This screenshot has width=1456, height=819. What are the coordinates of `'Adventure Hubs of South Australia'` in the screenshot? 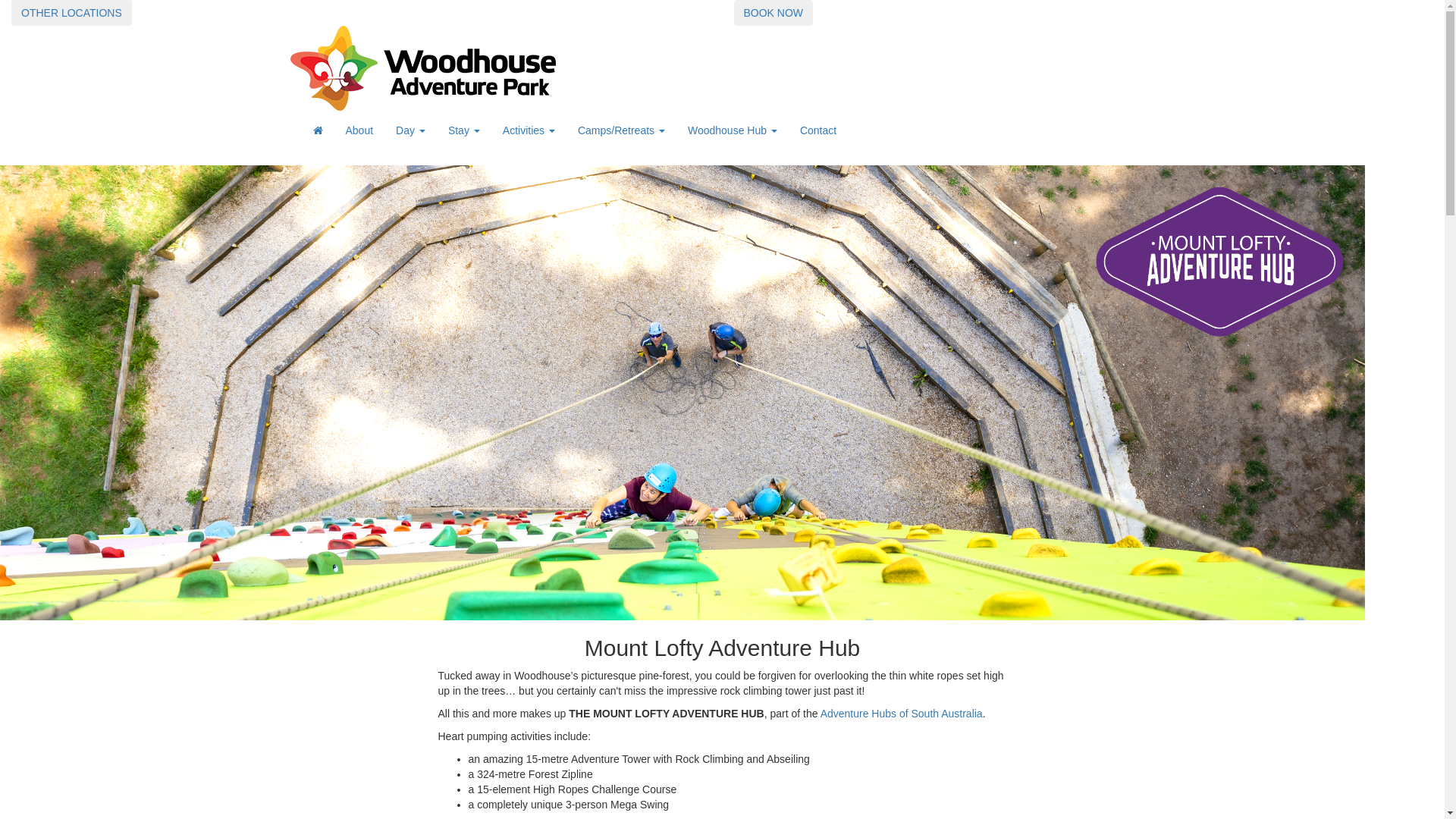 It's located at (819, 714).